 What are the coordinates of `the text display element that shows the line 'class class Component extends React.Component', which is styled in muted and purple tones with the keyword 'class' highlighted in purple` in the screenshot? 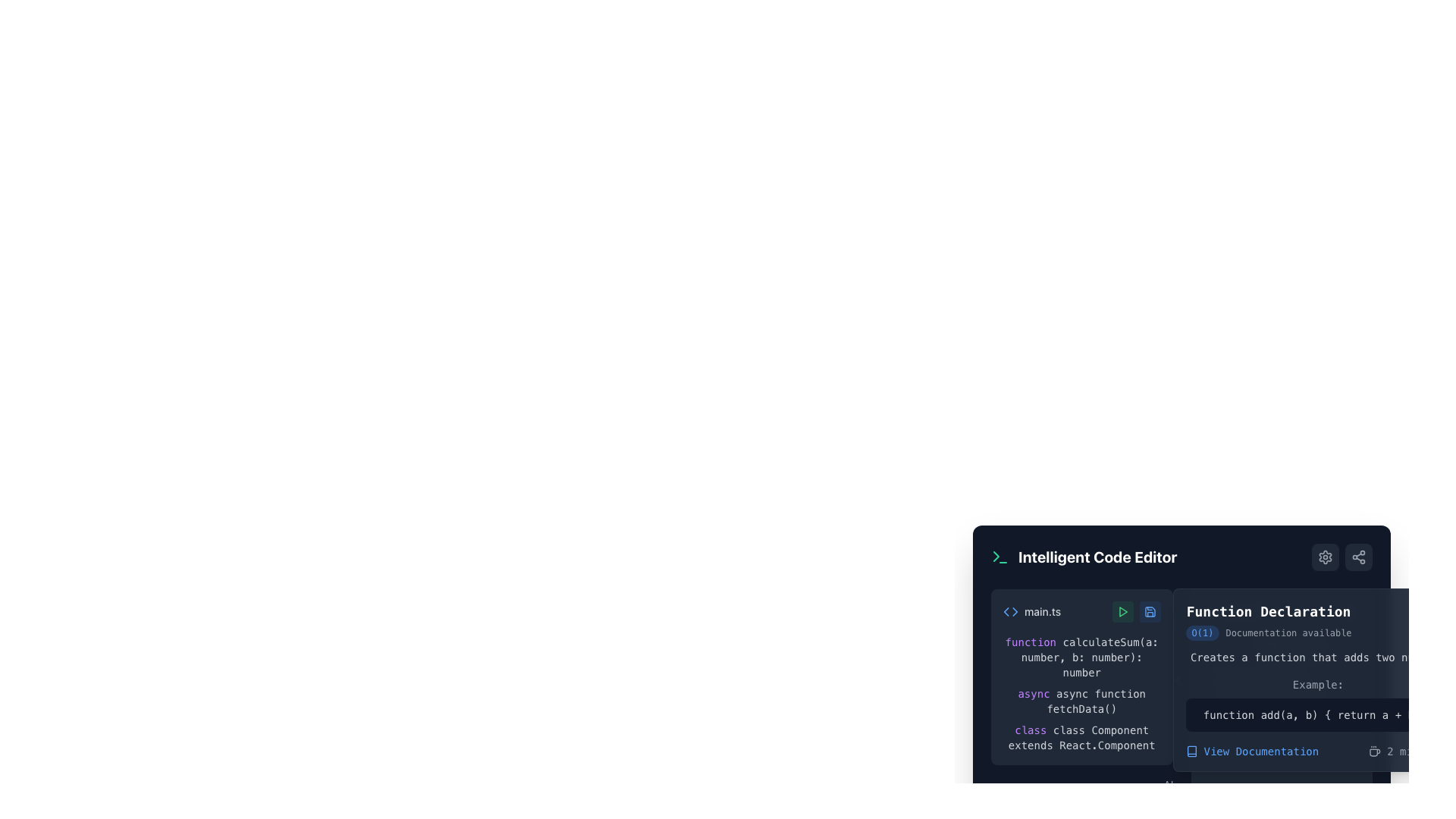 It's located at (1081, 736).